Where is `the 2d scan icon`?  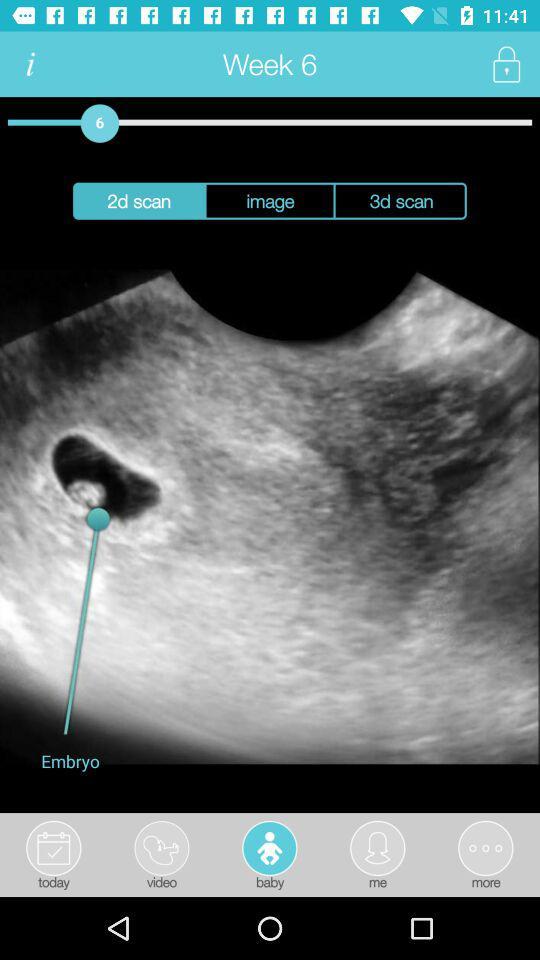
the 2d scan icon is located at coordinates (137, 201).